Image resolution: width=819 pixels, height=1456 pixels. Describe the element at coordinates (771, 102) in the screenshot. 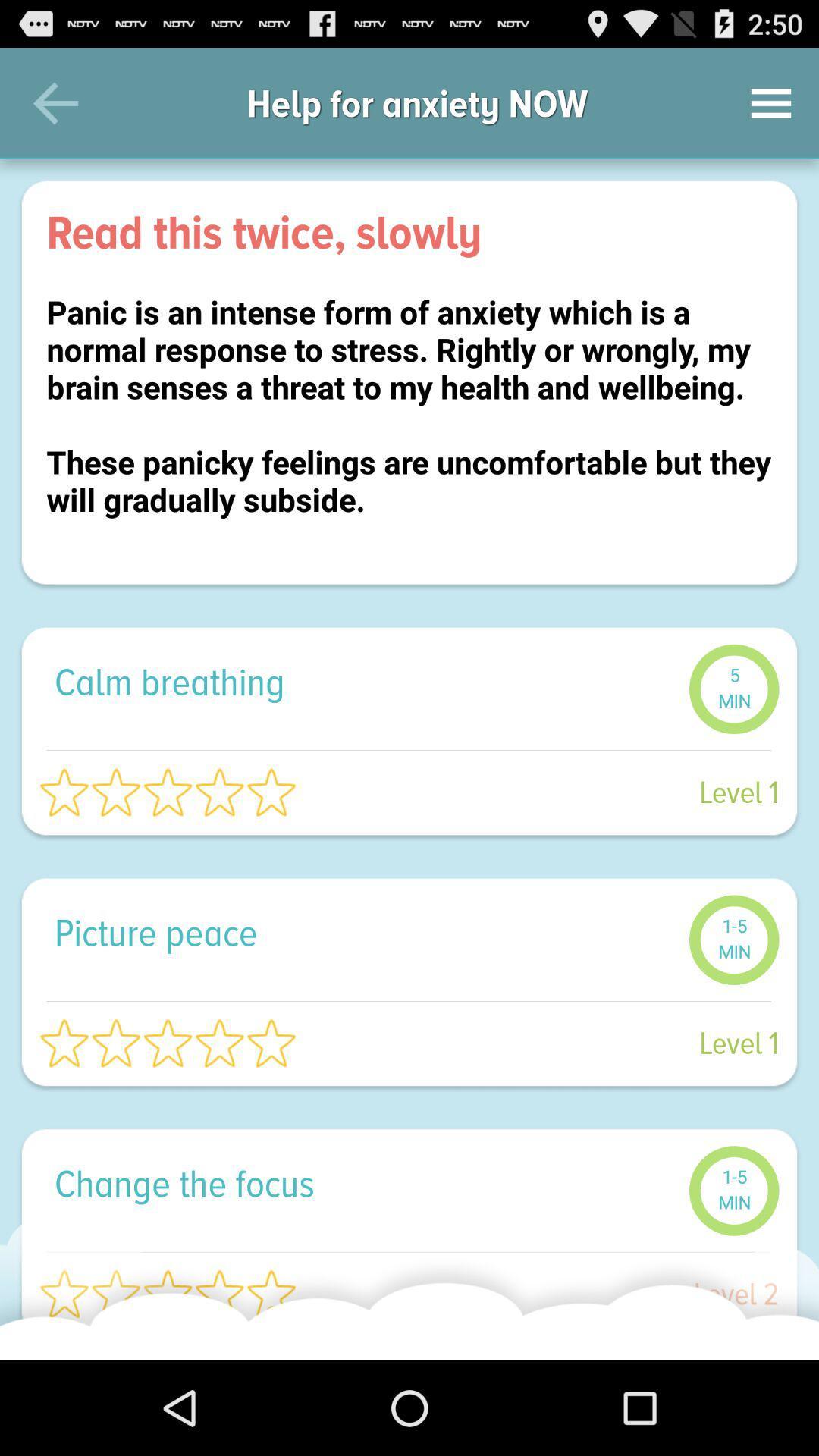

I see `item above read this twice` at that location.